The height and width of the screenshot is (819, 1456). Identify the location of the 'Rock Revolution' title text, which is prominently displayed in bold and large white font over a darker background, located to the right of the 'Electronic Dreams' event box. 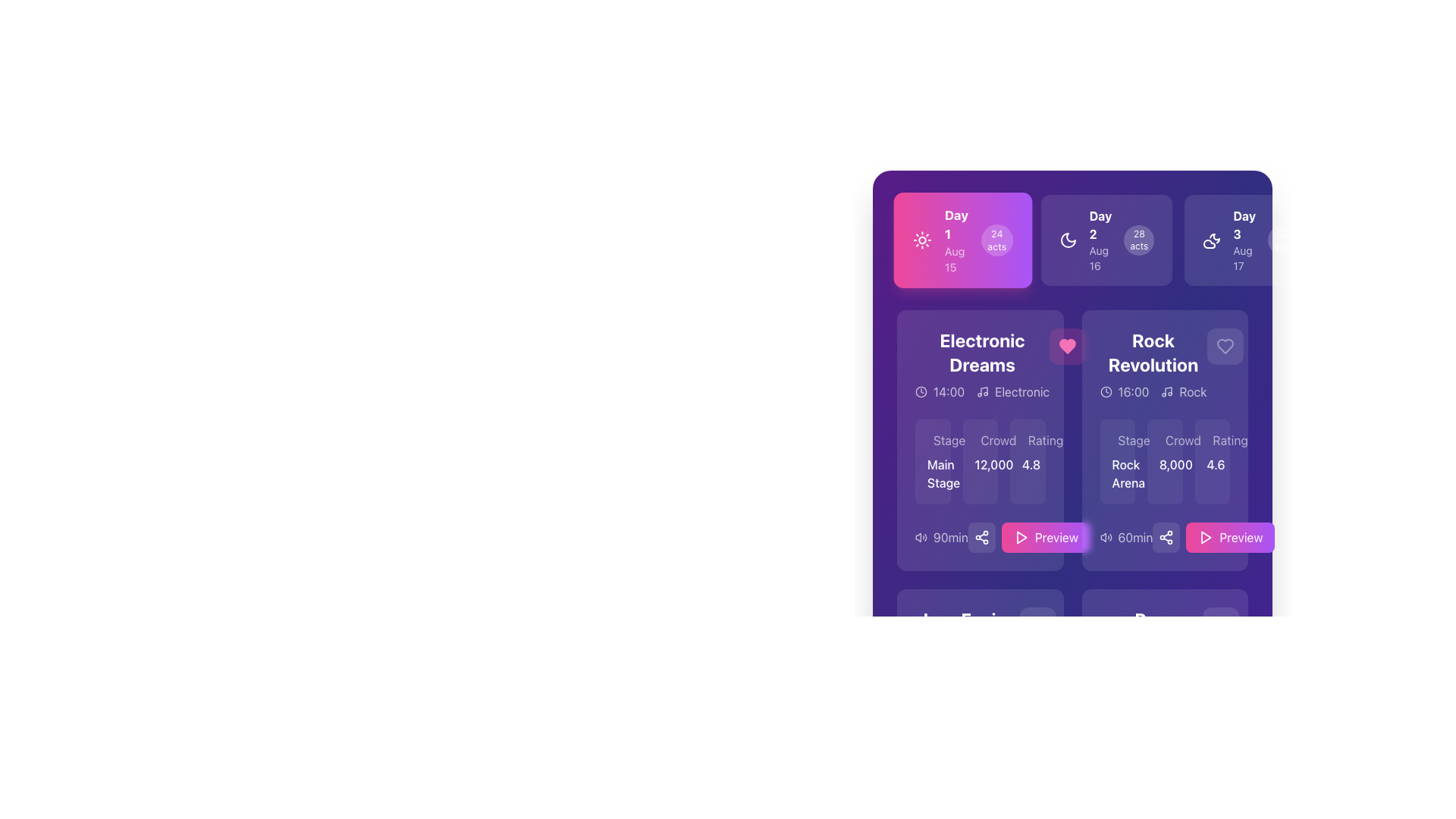
(1153, 353).